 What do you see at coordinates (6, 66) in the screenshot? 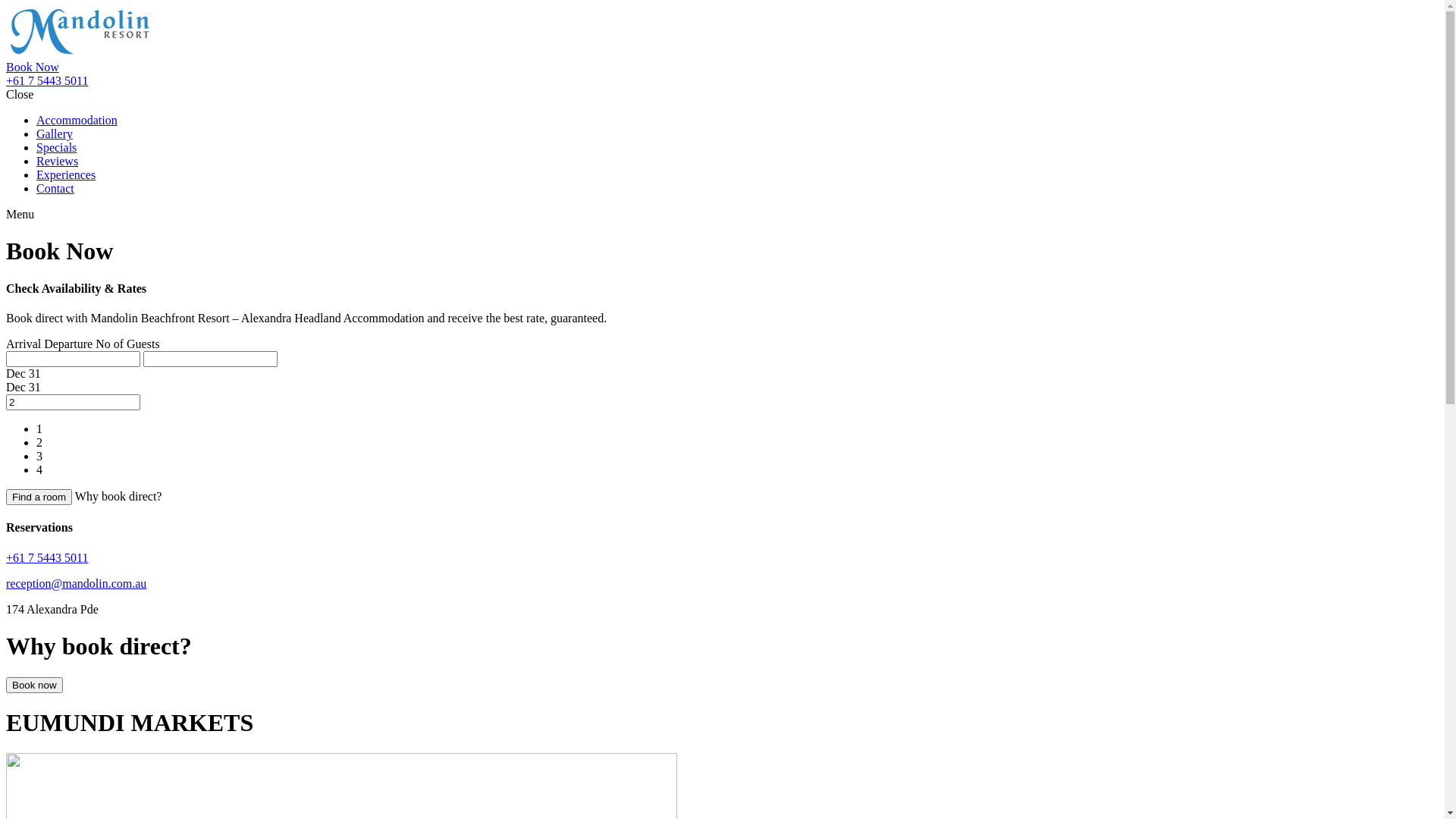
I see `'Book Now'` at bounding box center [6, 66].